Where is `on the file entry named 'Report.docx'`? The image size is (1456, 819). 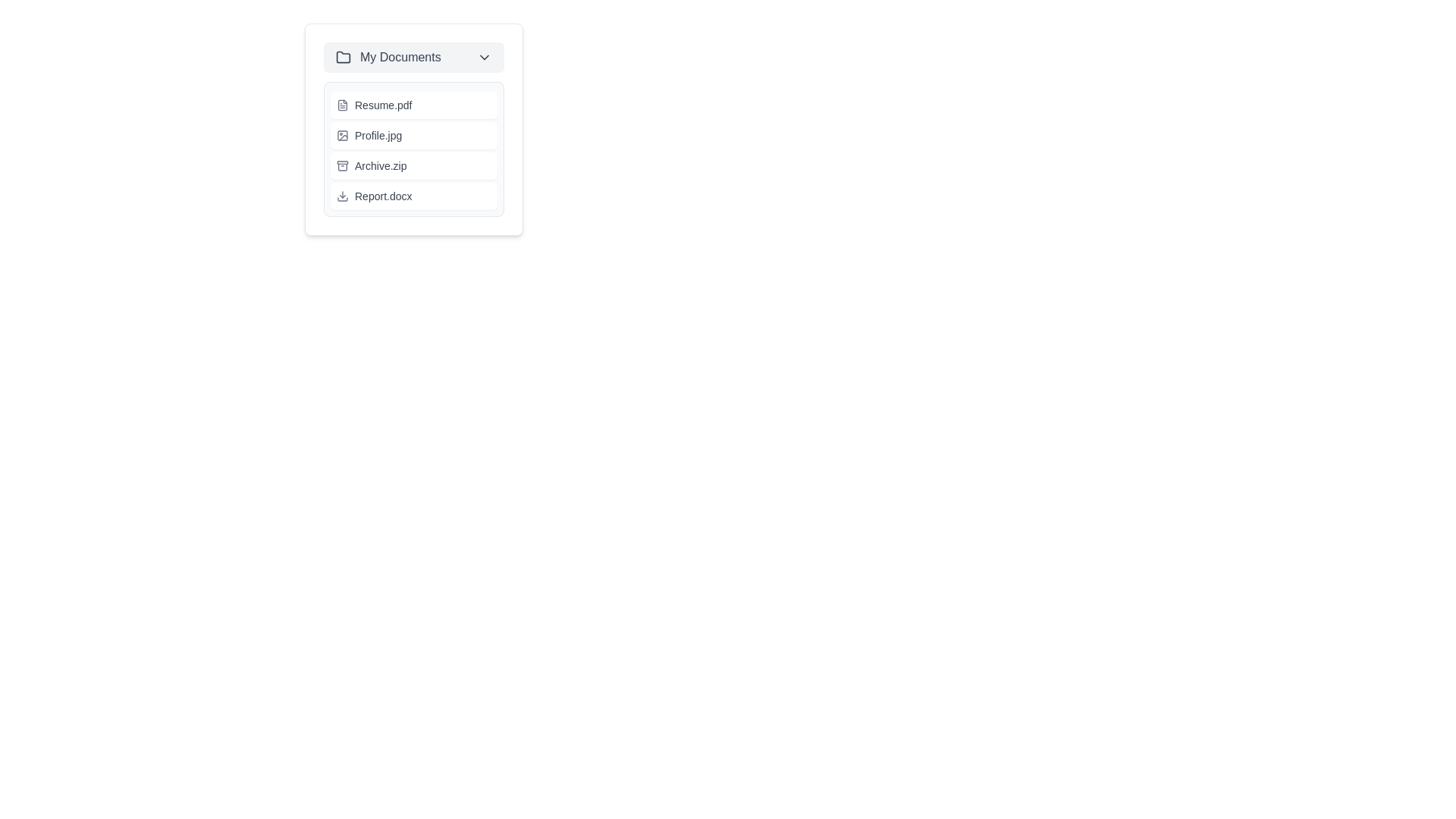
on the file entry named 'Report.docx' is located at coordinates (414, 195).